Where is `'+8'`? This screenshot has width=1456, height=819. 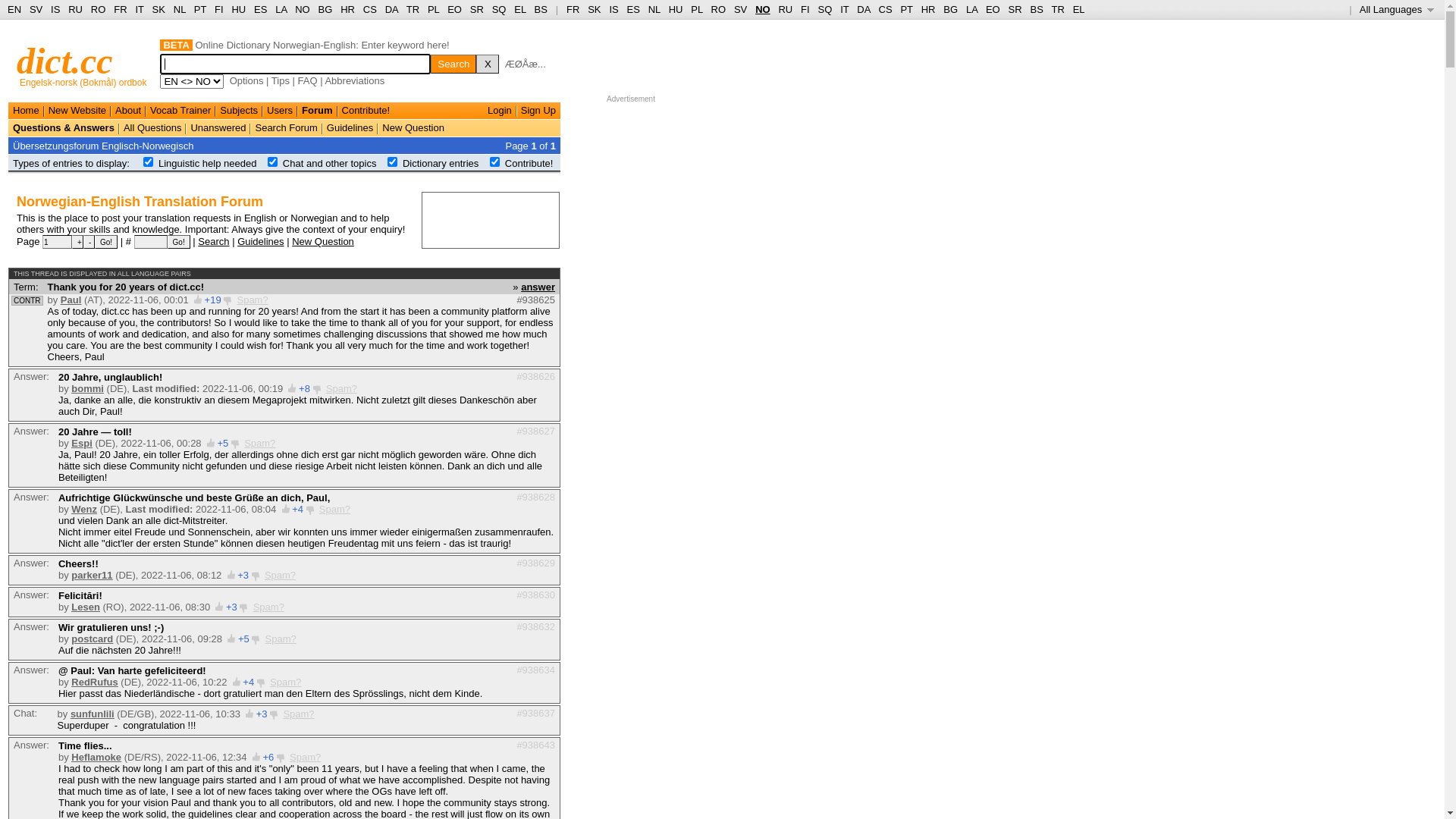
'+8' is located at coordinates (303, 388).